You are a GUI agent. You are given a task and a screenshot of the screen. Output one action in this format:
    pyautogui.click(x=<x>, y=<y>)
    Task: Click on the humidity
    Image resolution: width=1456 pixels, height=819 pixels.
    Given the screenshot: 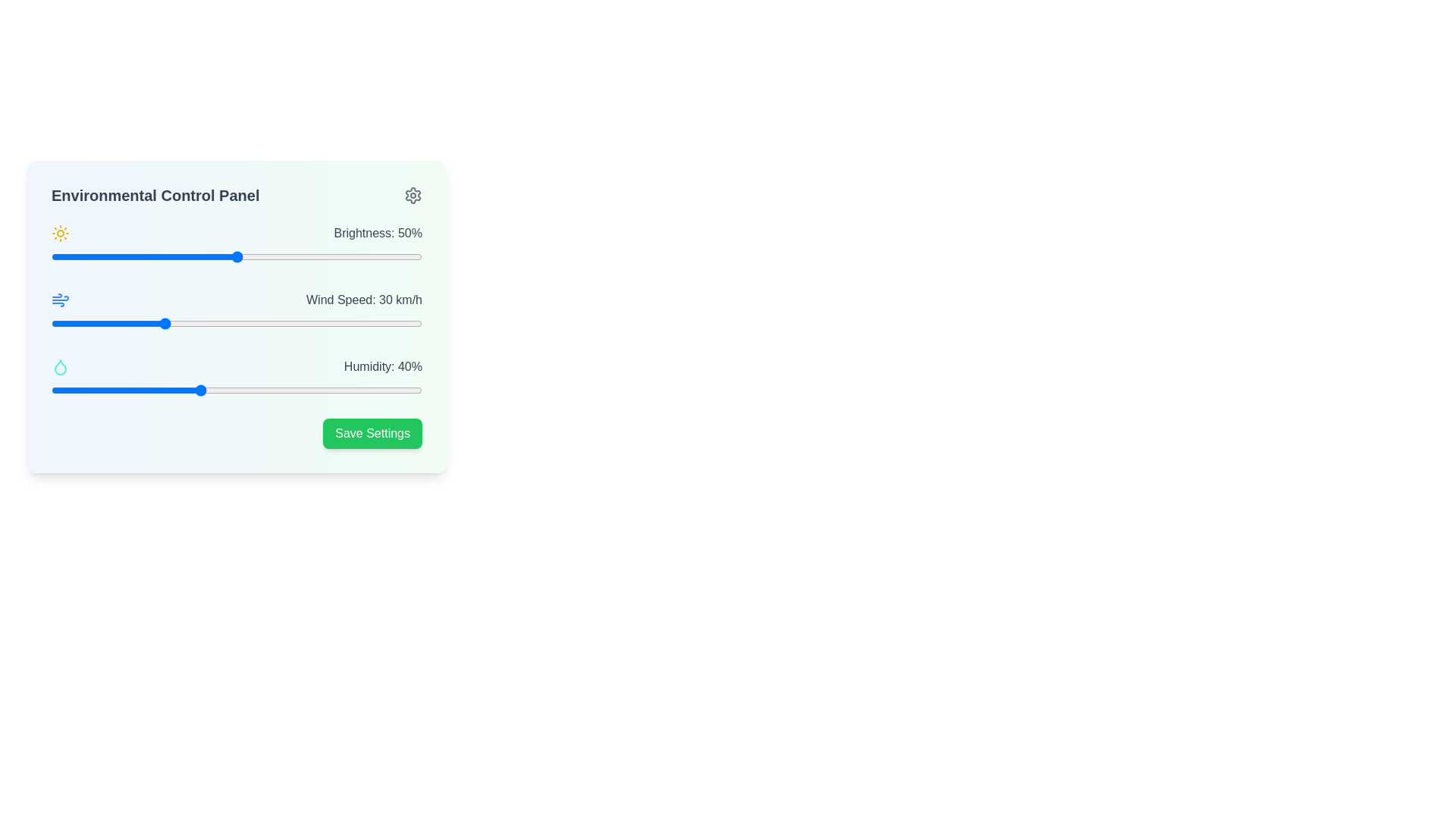 What is the action you would take?
    pyautogui.click(x=224, y=390)
    